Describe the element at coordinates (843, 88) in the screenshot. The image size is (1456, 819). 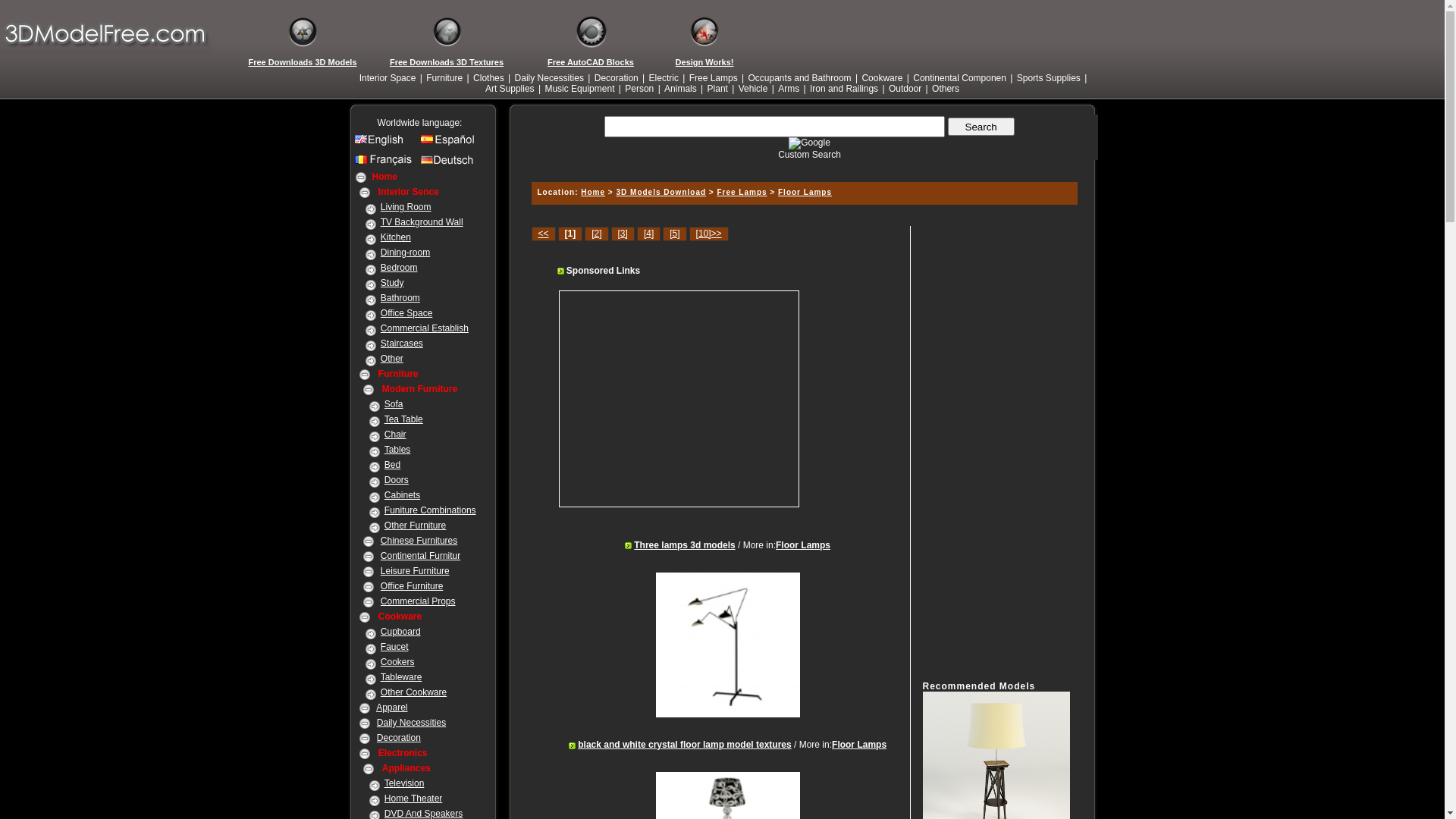
I see `'Iron and Railings'` at that location.